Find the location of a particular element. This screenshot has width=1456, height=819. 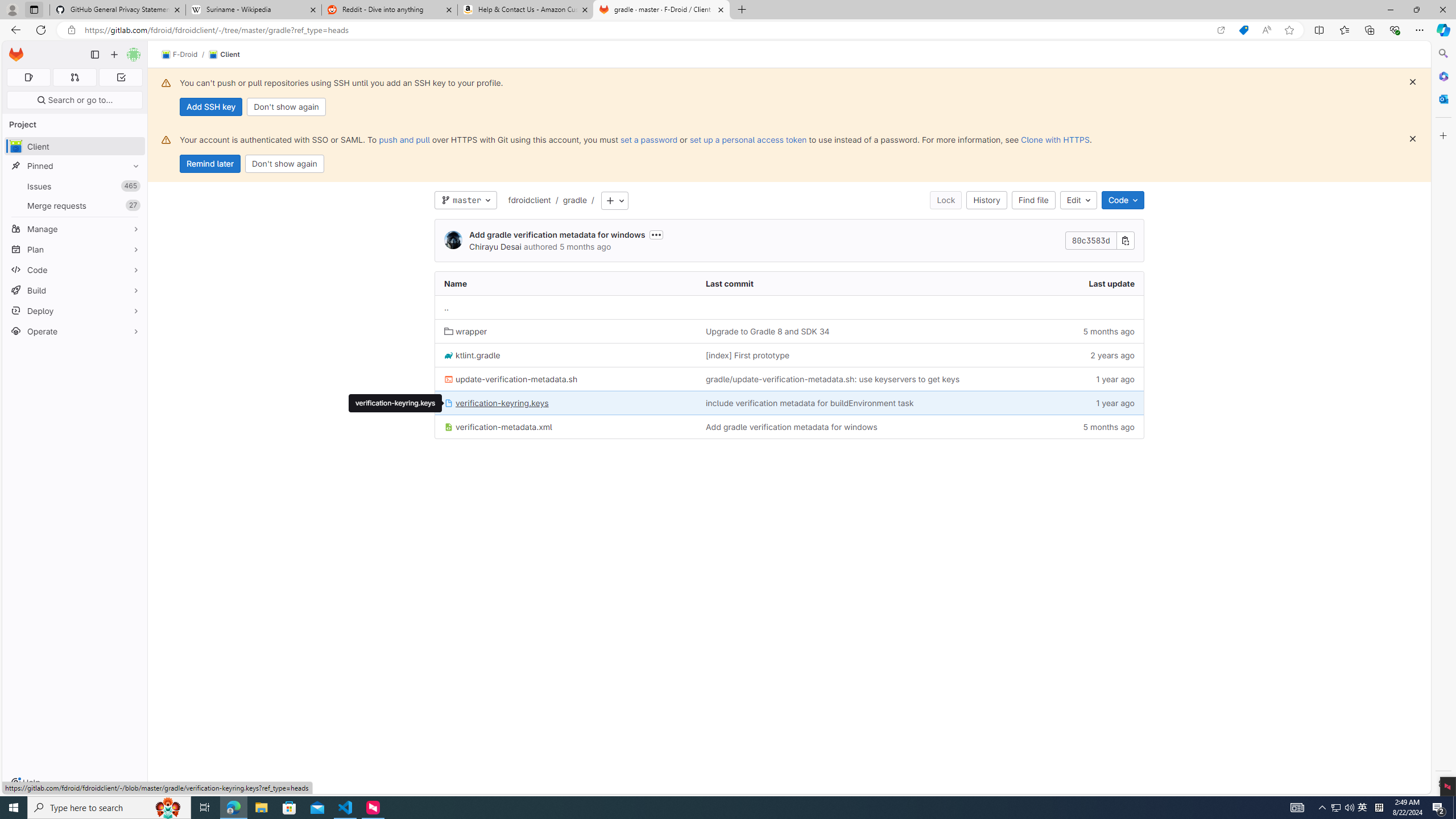

'Copy commit SHA' is located at coordinates (1124, 241).